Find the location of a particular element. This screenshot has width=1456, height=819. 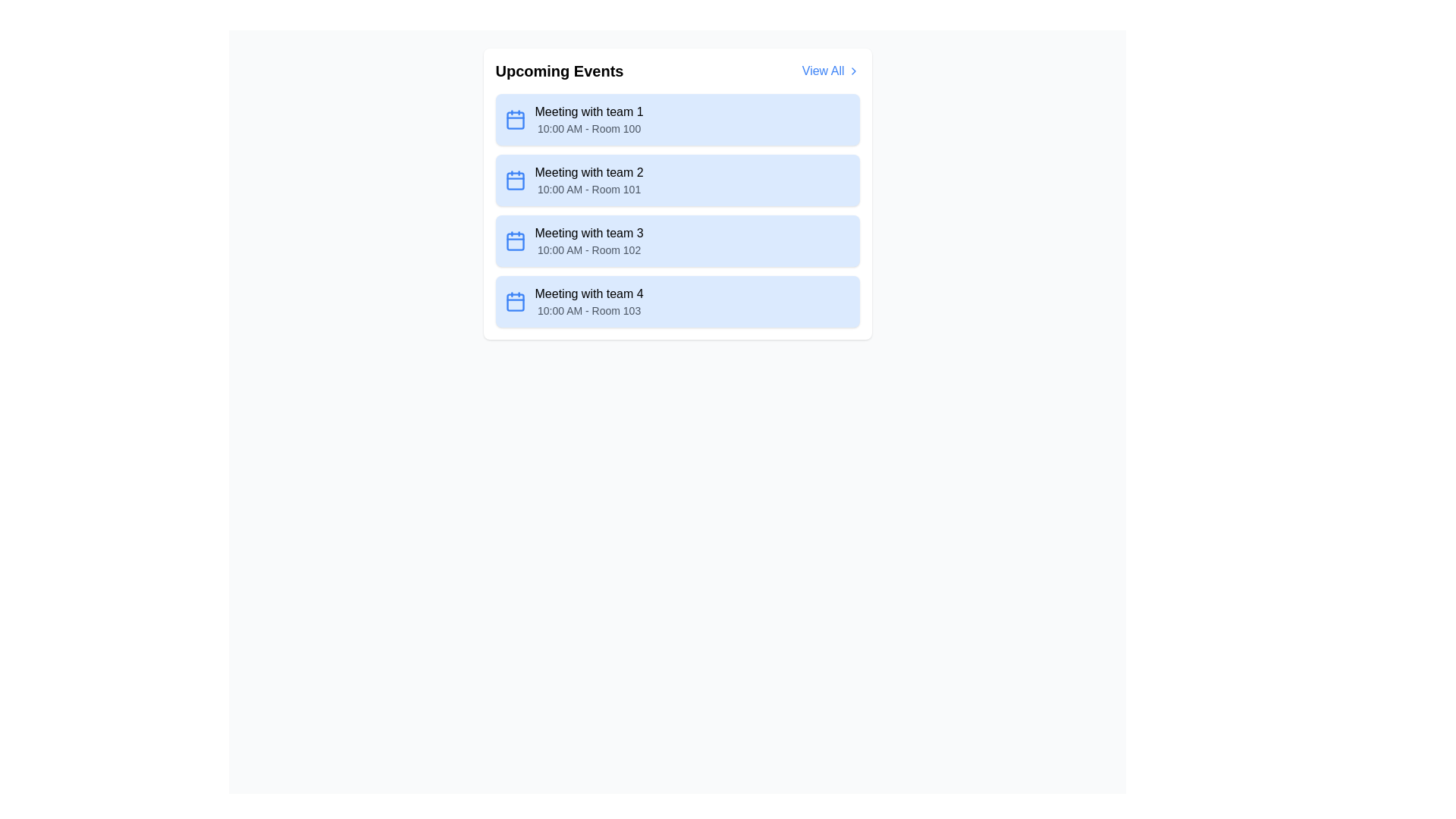

the third list item in the 'Upcoming Events' panel that contains 'Meeting with team 3' and '10:00 AM - Room 102' is located at coordinates (588, 240).